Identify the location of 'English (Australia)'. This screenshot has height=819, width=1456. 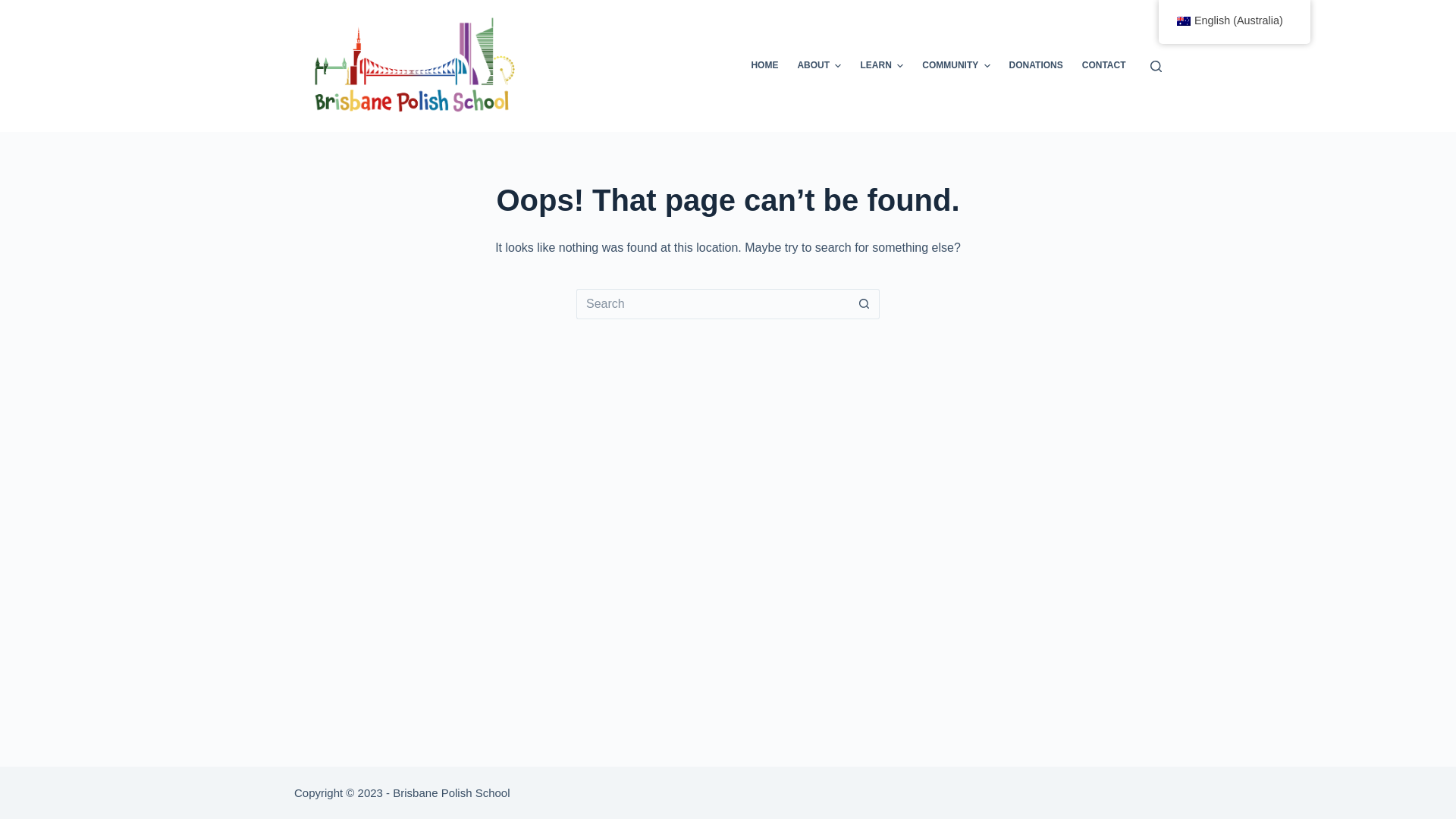
(1157, 20).